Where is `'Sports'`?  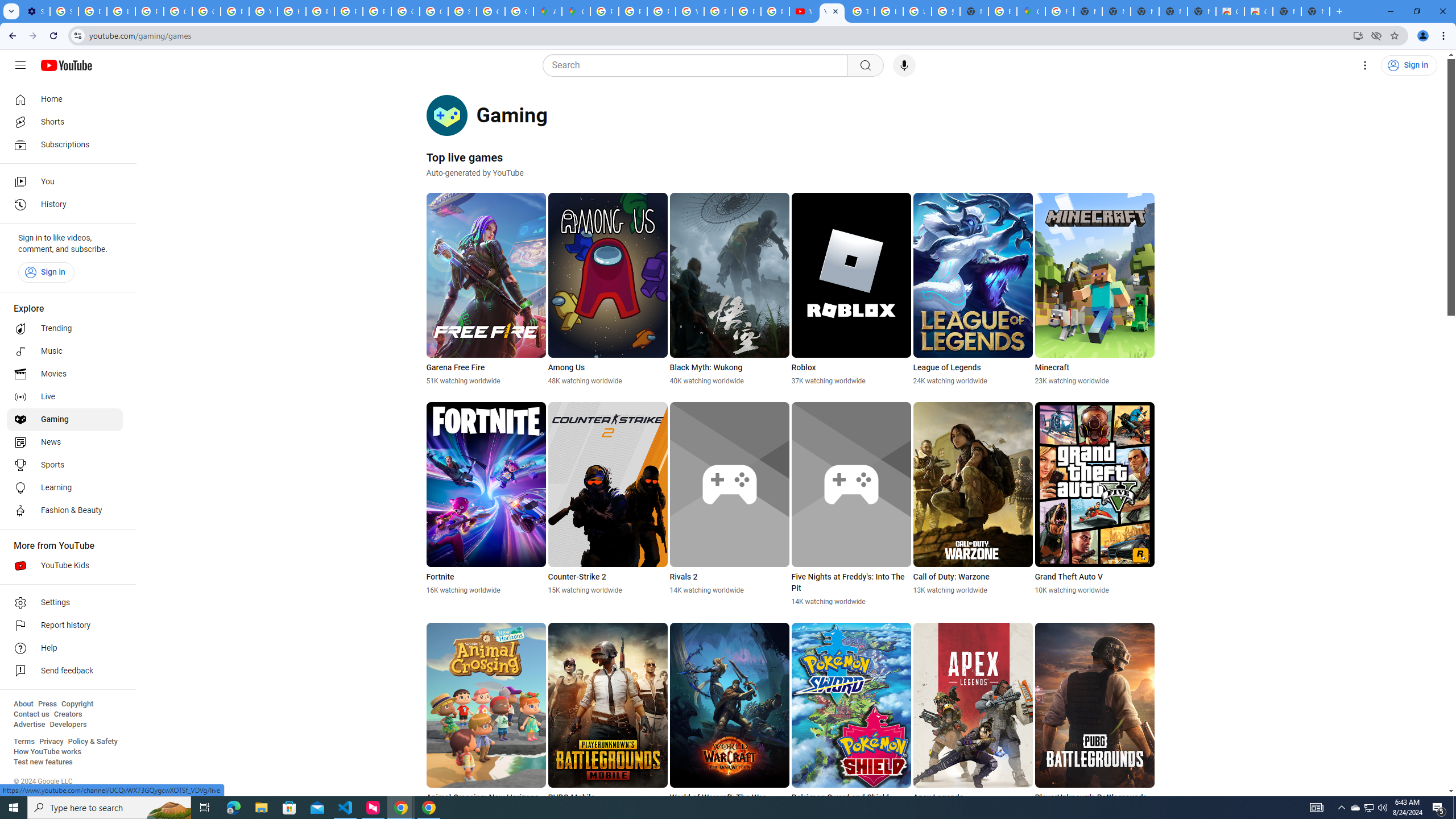
'Sports' is located at coordinates (64, 464).